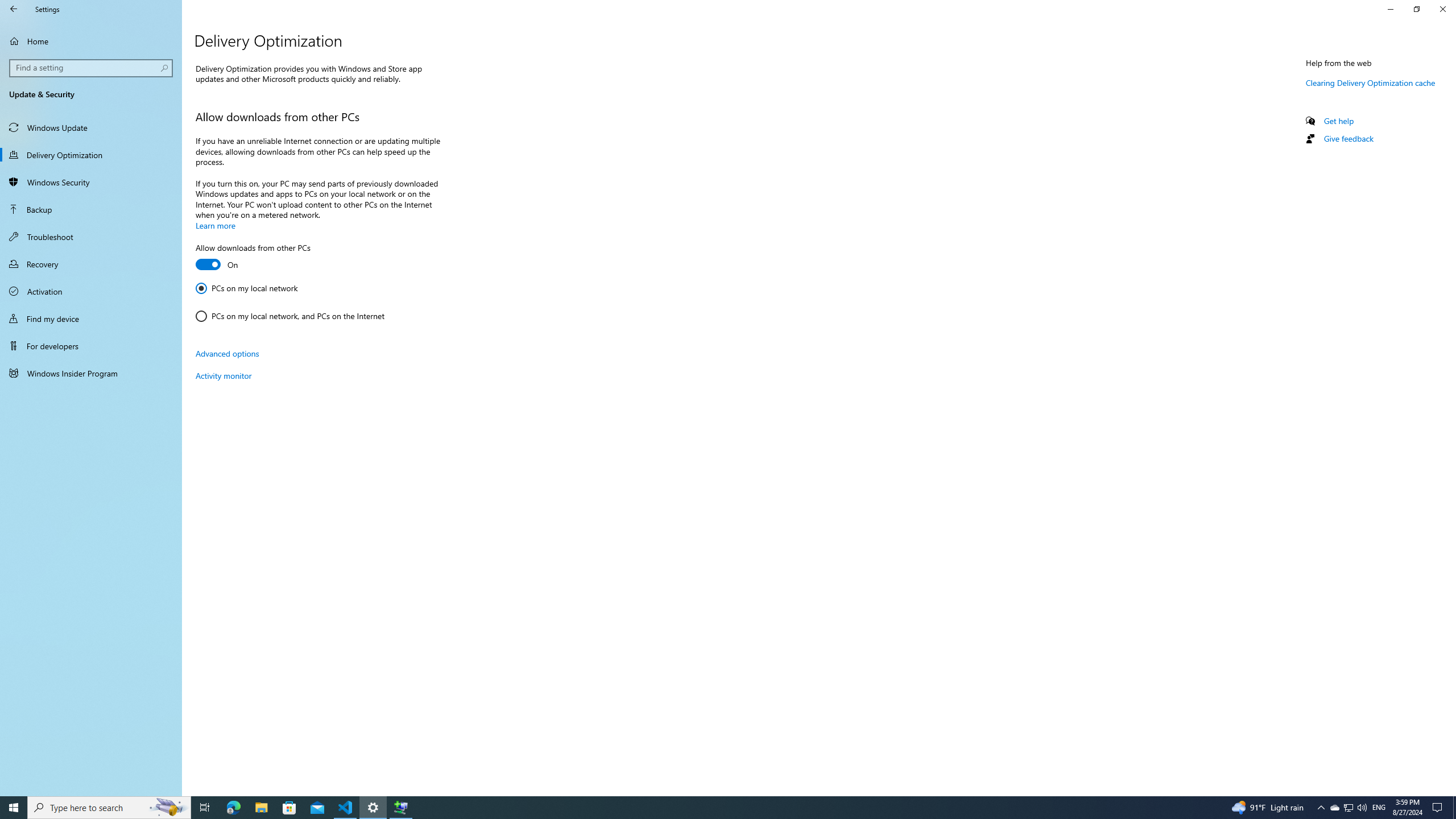 This screenshot has width=1456, height=819. Describe the element at coordinates (246, 287) in the screenshot. I see `'PCs on my local network'` at that location.